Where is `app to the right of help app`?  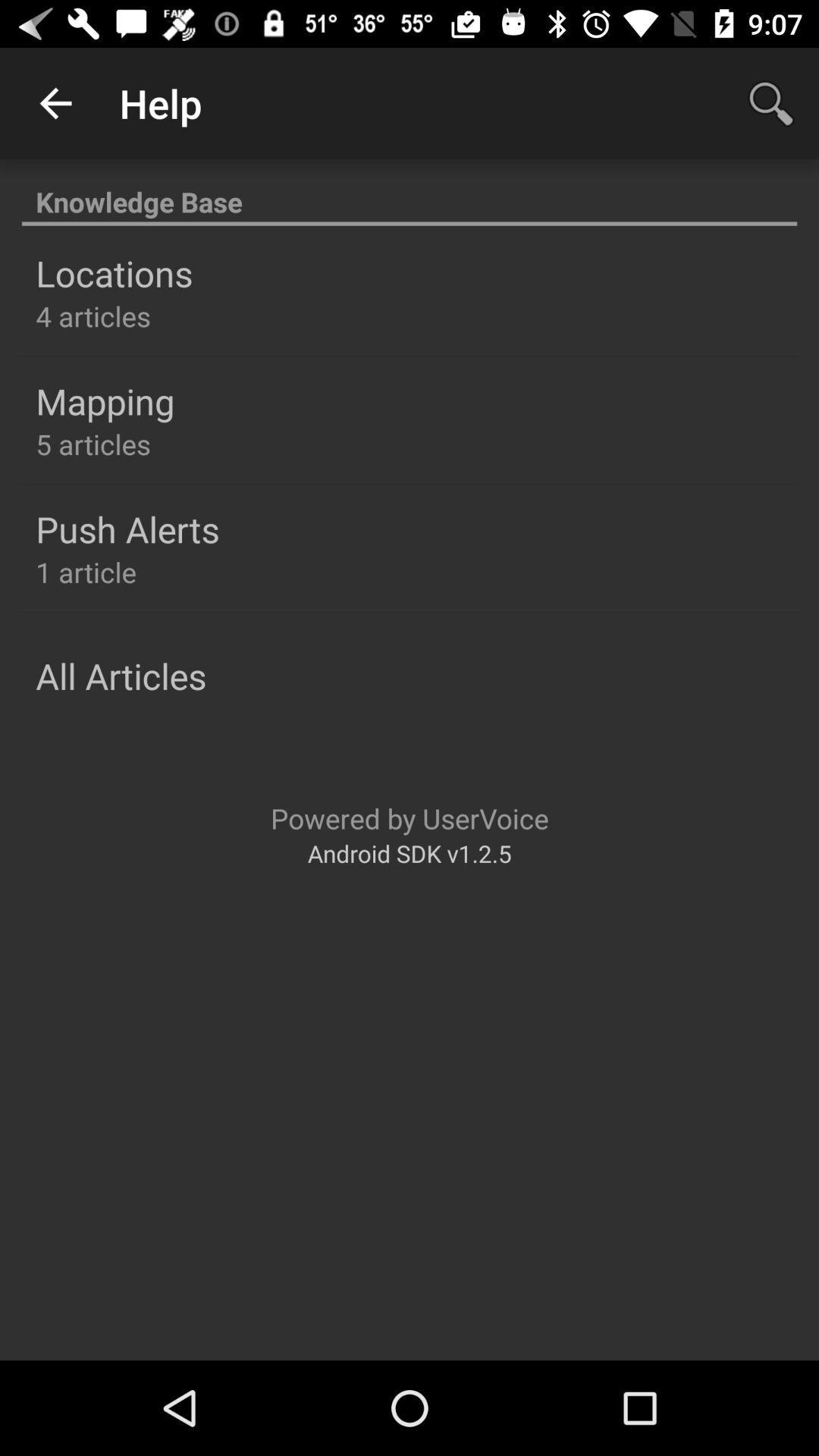 app to the right of help app is located at coordinates (771, 102).